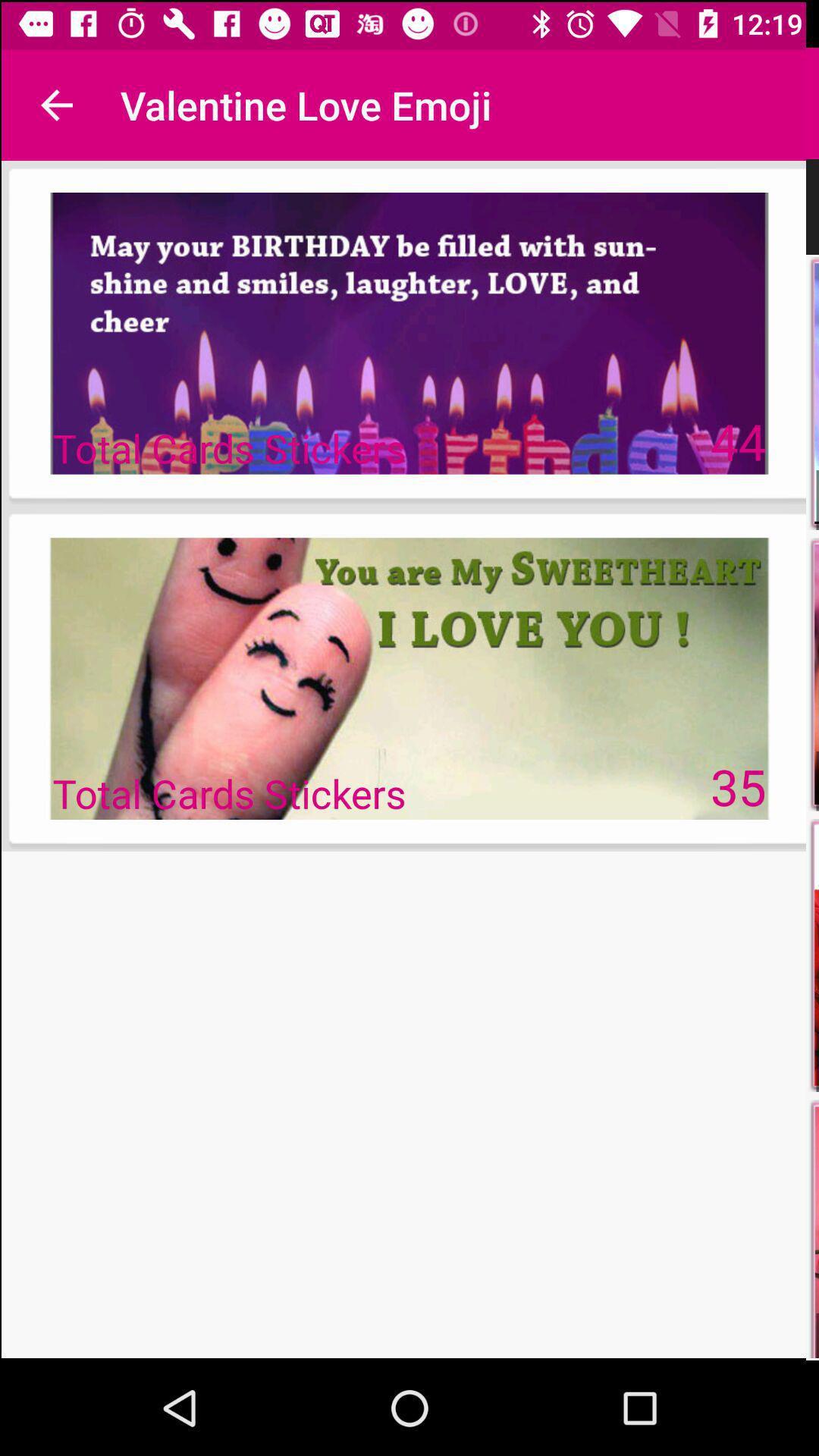  Describe the element at coordinates (55, 102) in the screenshot. I see `the icon next to valentine love emoji icon` at that location.